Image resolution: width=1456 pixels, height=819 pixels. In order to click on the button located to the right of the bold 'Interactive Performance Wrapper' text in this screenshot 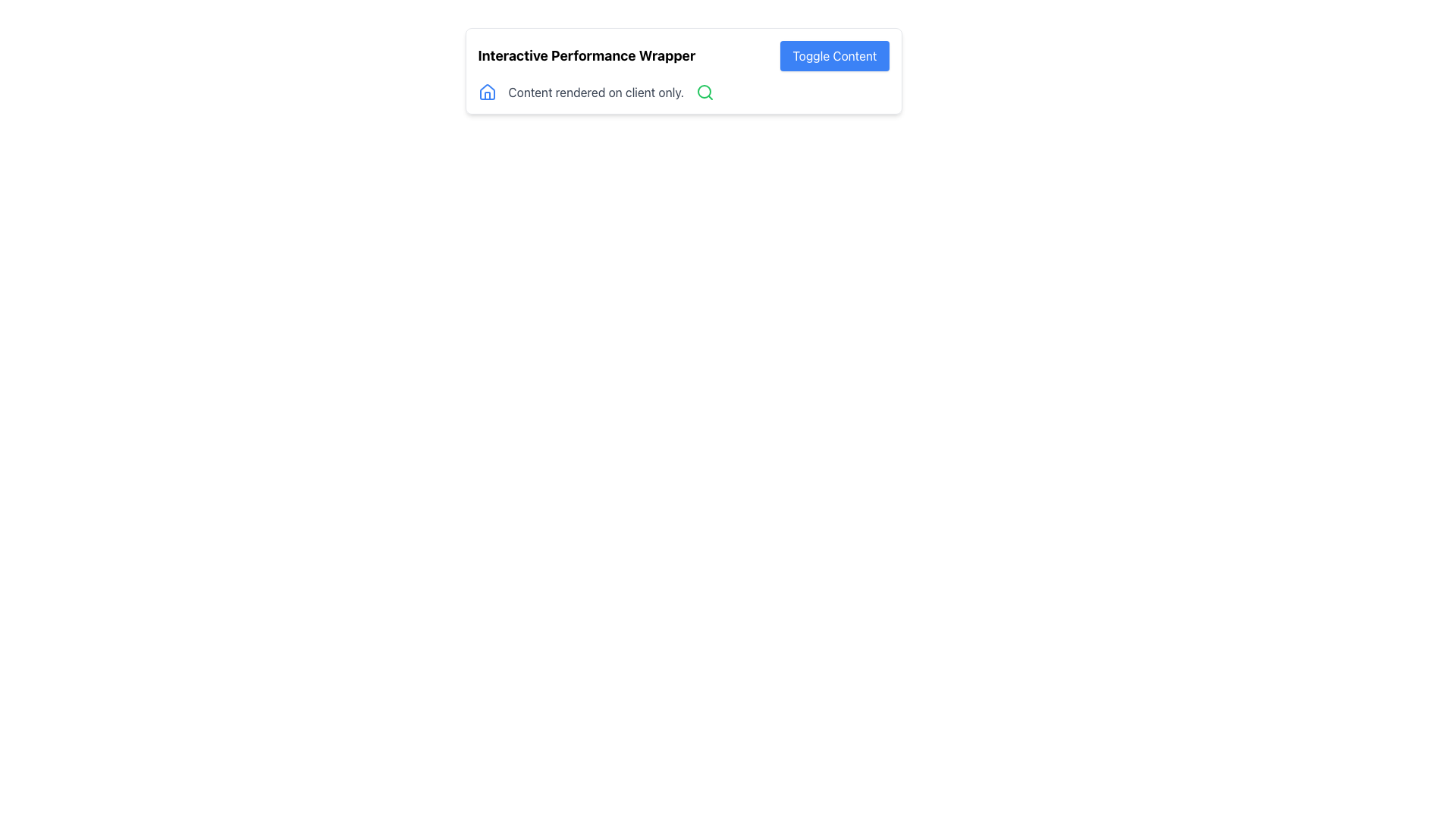, I will do `click(833, 55)`.